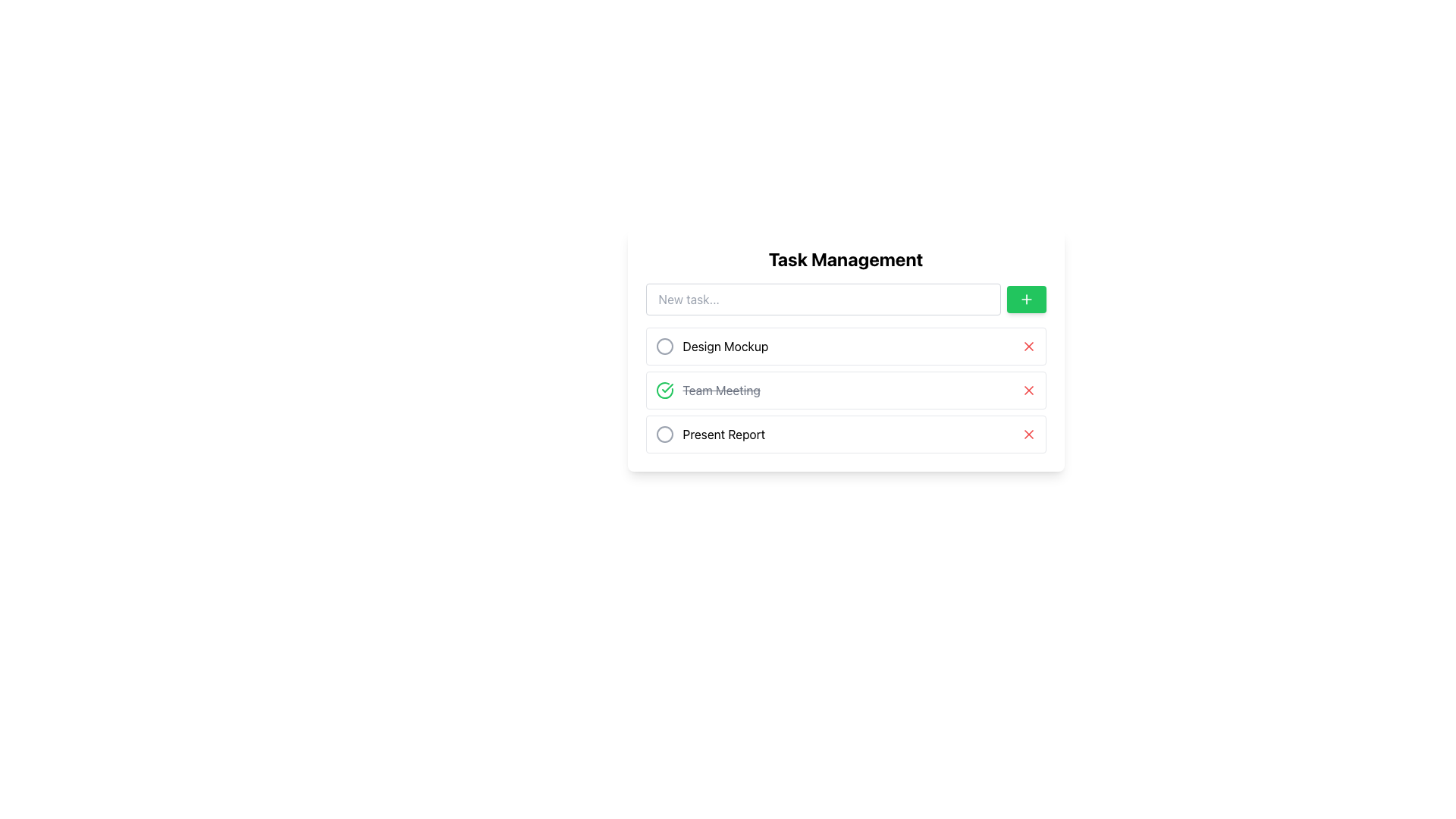 This screenshot has height=819, width=1456. Describe the element at coordinates (1026, 299) in the screenshot. I see `the plus sign icon embedded within the green button` at that location.